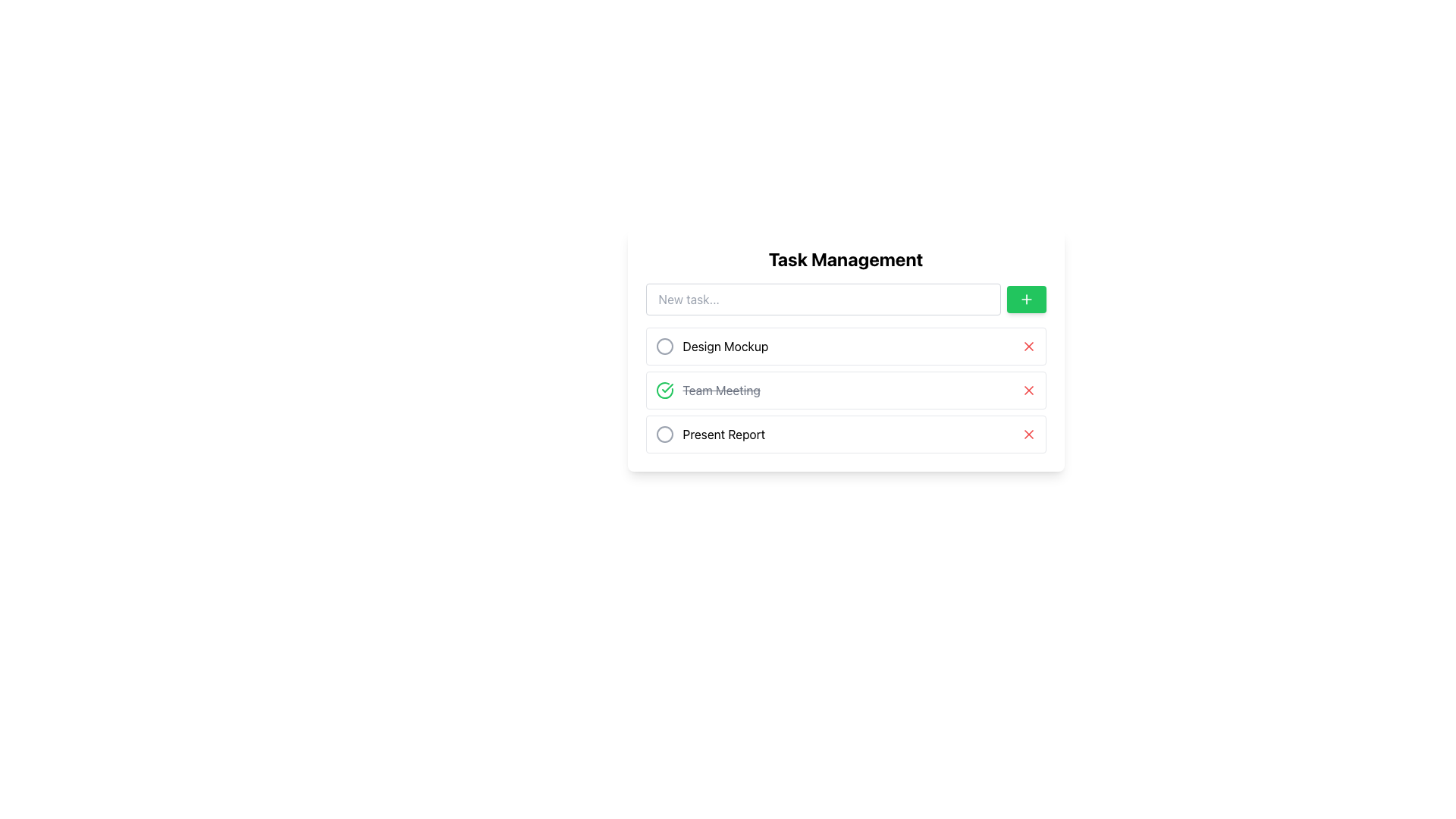 This screenshot has height=819, width=1456. Describe the element at coordinates (1026, 299) in the screenshot. I see `the plus sign icon embedded within the green button` at that location.